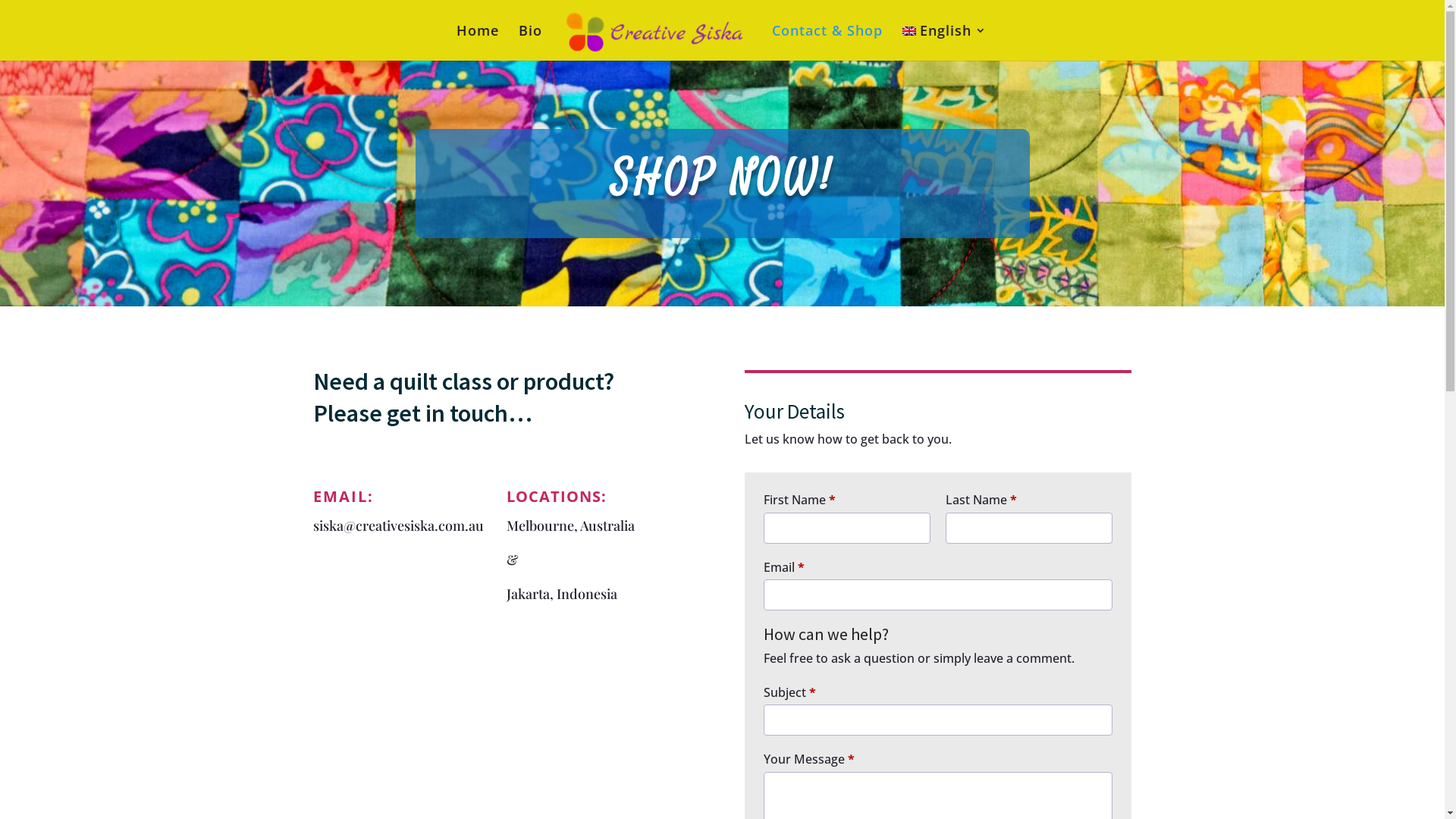 This screenshot has height=819, width=1456. I want to click on 'SHOP NOW!', so click(722, 177).